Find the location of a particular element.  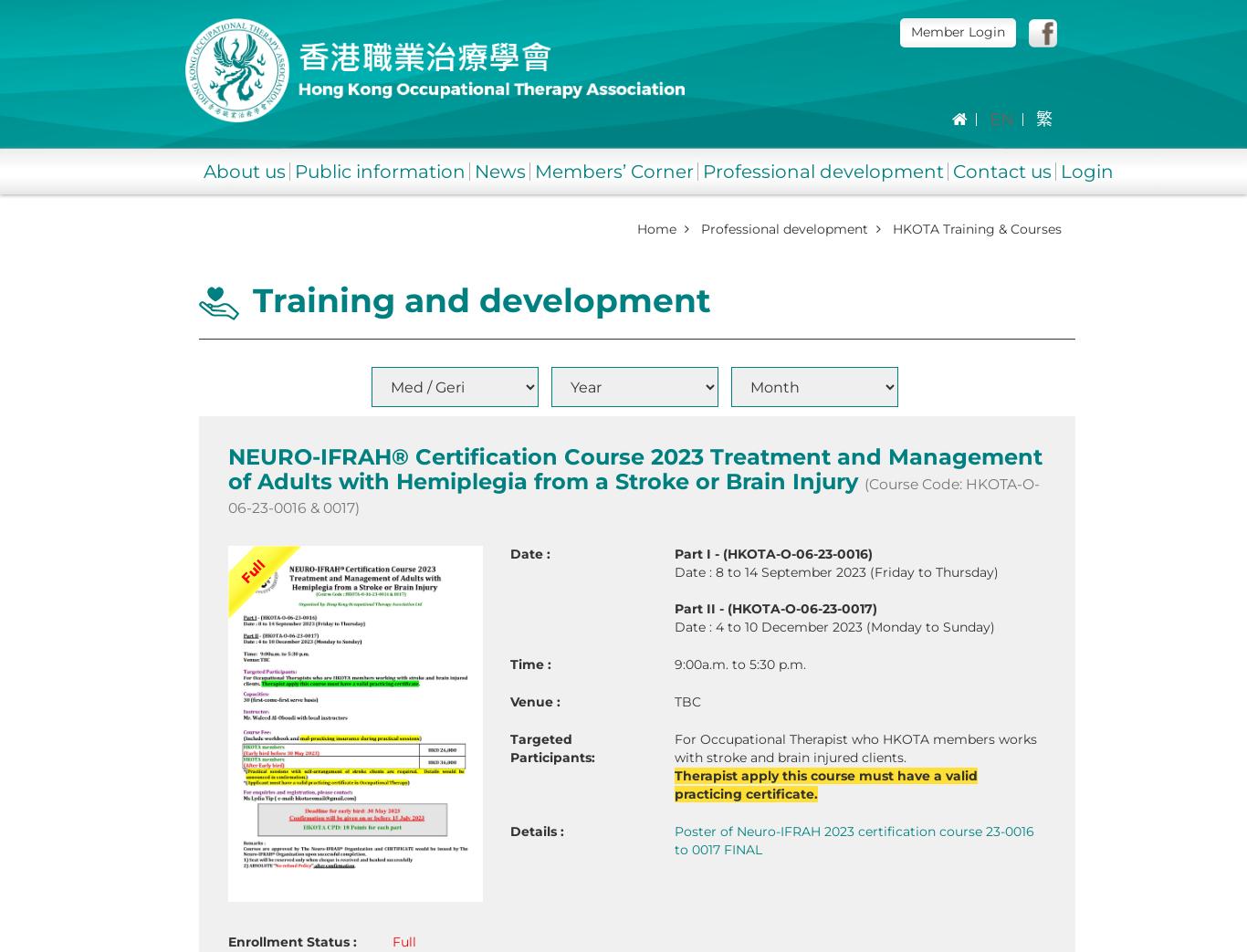

'Part I - (HKOTA-O-06-23-0016)' is located at coordinates (771, 553).